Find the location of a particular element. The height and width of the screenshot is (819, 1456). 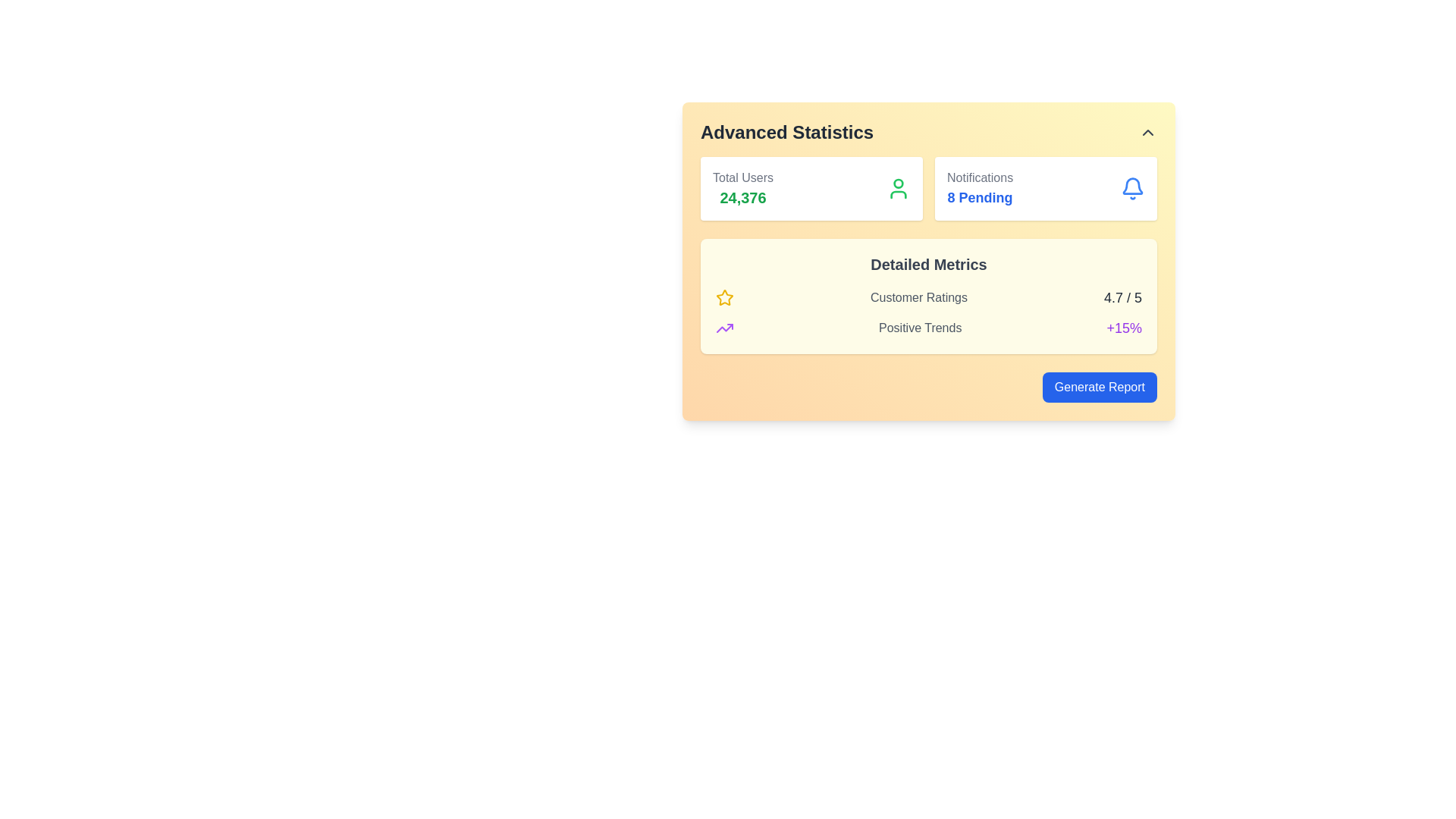

the Icon button with an upward chevron design located at the far right of the 'Advanced Statistics' section header for accessibility tools is located at coordinates (1147, 131).